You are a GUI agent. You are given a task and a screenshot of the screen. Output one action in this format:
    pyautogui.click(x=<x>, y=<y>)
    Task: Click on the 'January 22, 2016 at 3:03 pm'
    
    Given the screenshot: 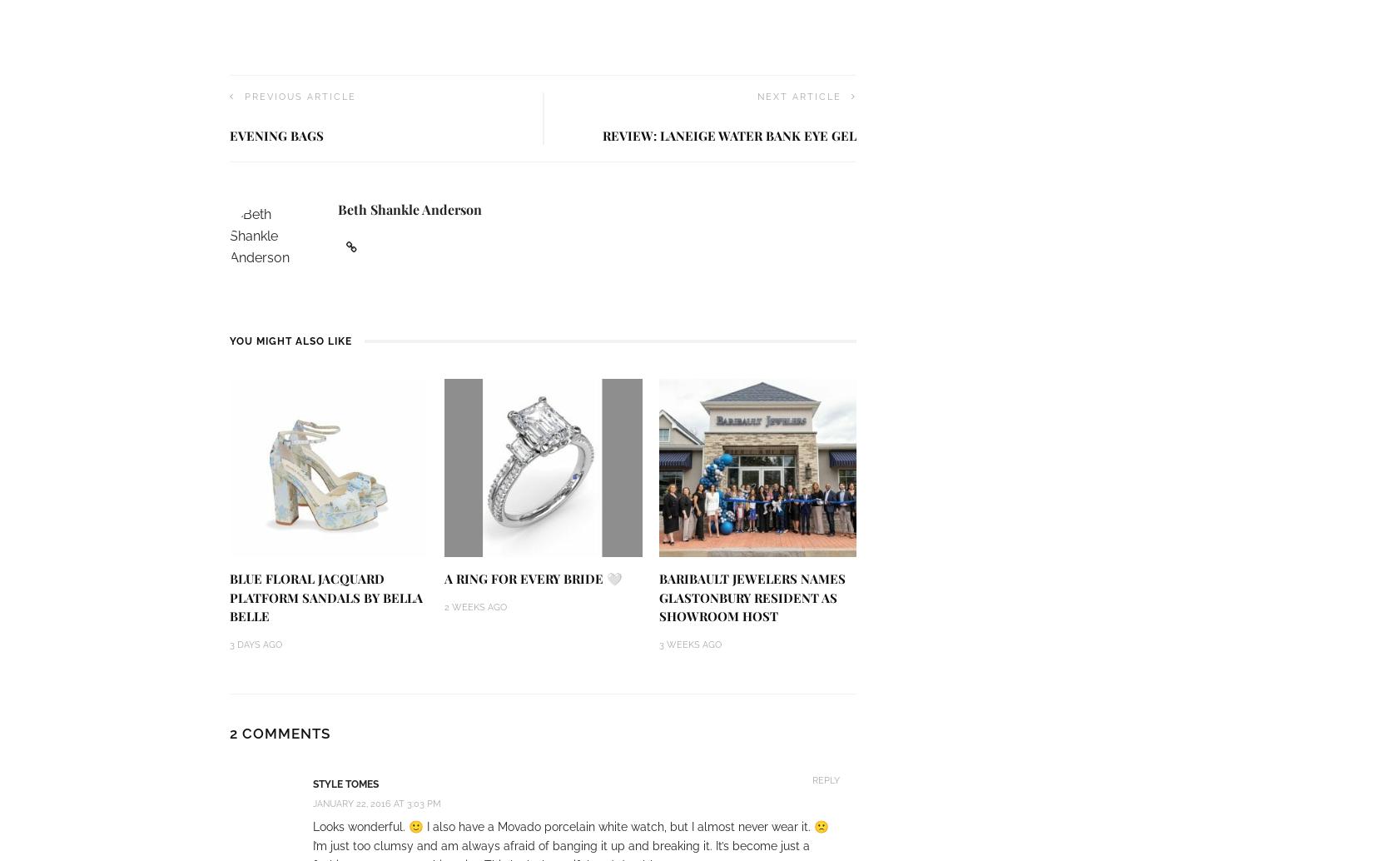 What is the action you would take?
    pyautogui.click(x=376, y=803)
    